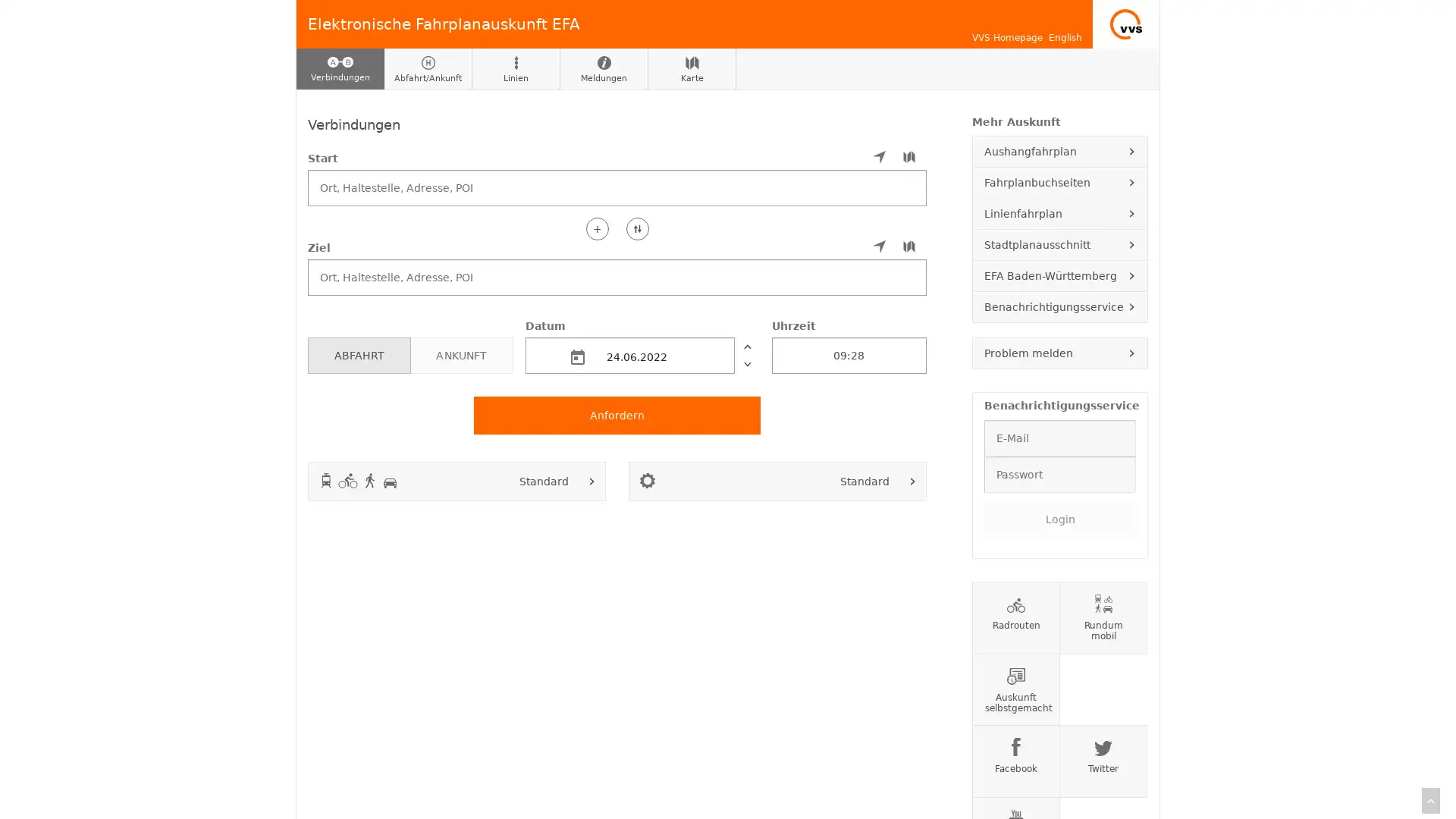 This screenshot has height=819, width=1456. What do you see at coordinates (428, 69) in the screenshot?
I see `Abfahrt/Ankunft` at bounding box center [428, 69].